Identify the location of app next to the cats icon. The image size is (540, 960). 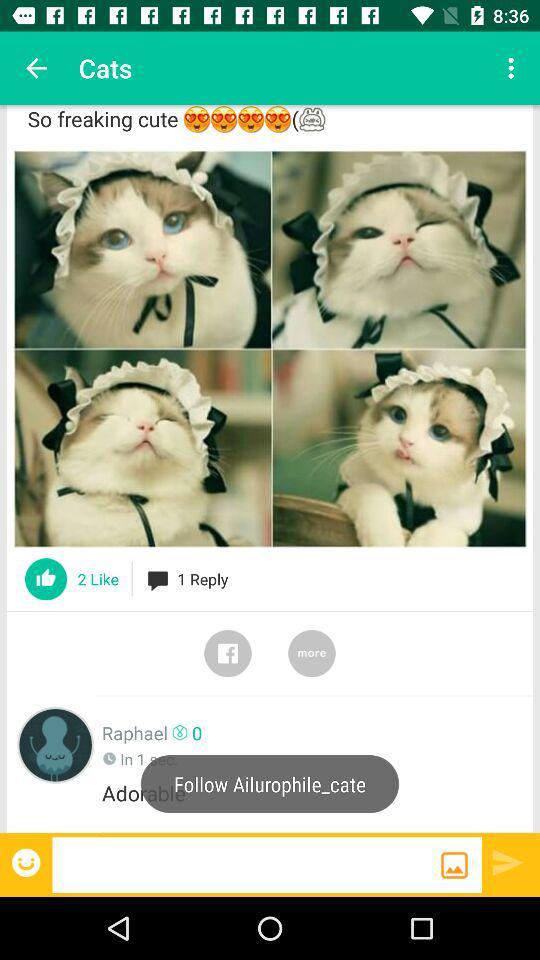
(513, 68).